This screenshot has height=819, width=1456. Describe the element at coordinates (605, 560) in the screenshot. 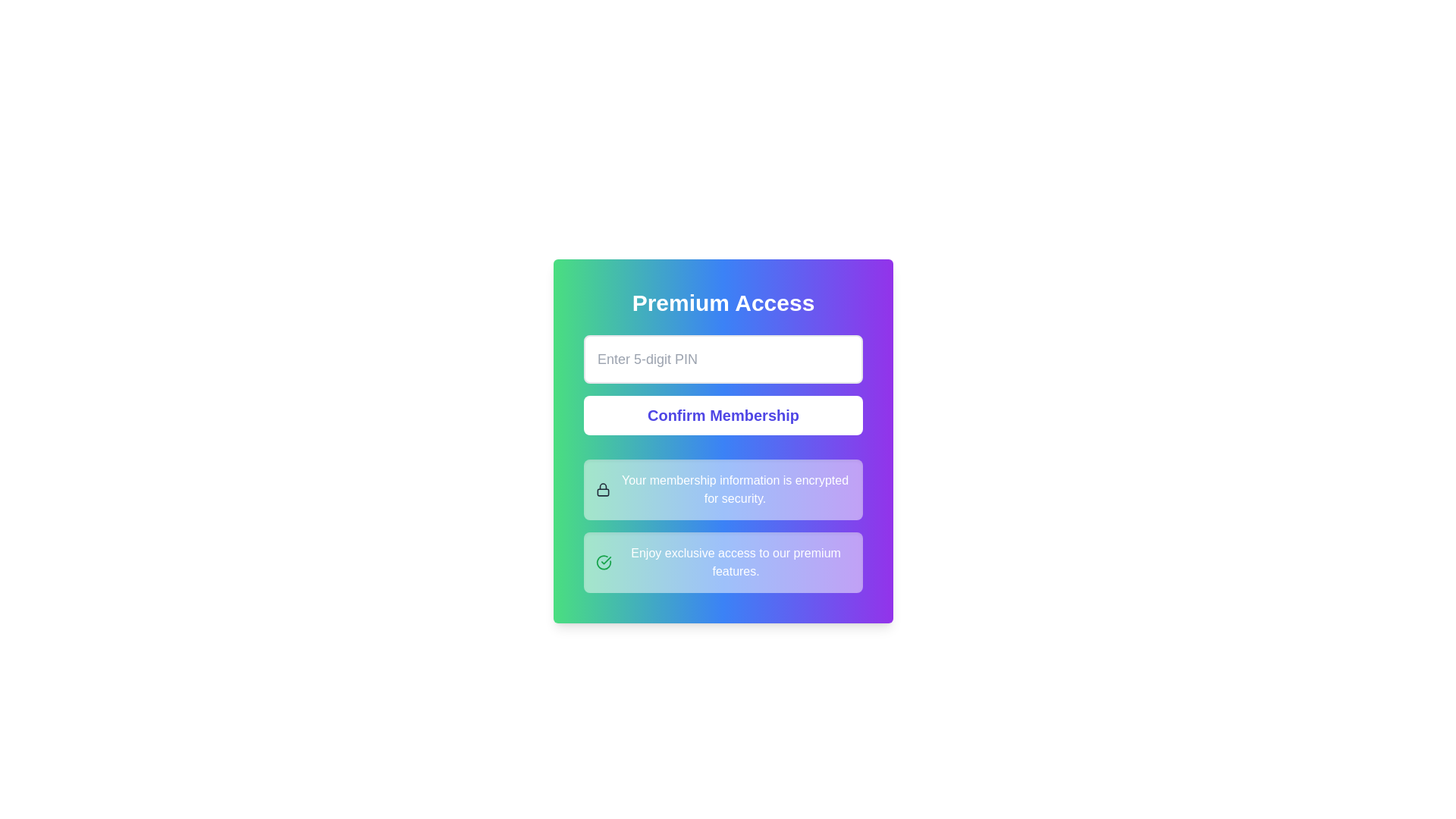

I see `the green checkmark icon within the circular outline located in the bottom-right corner of the context card, indicating confirmation or success for exclusive premium access` at that location.